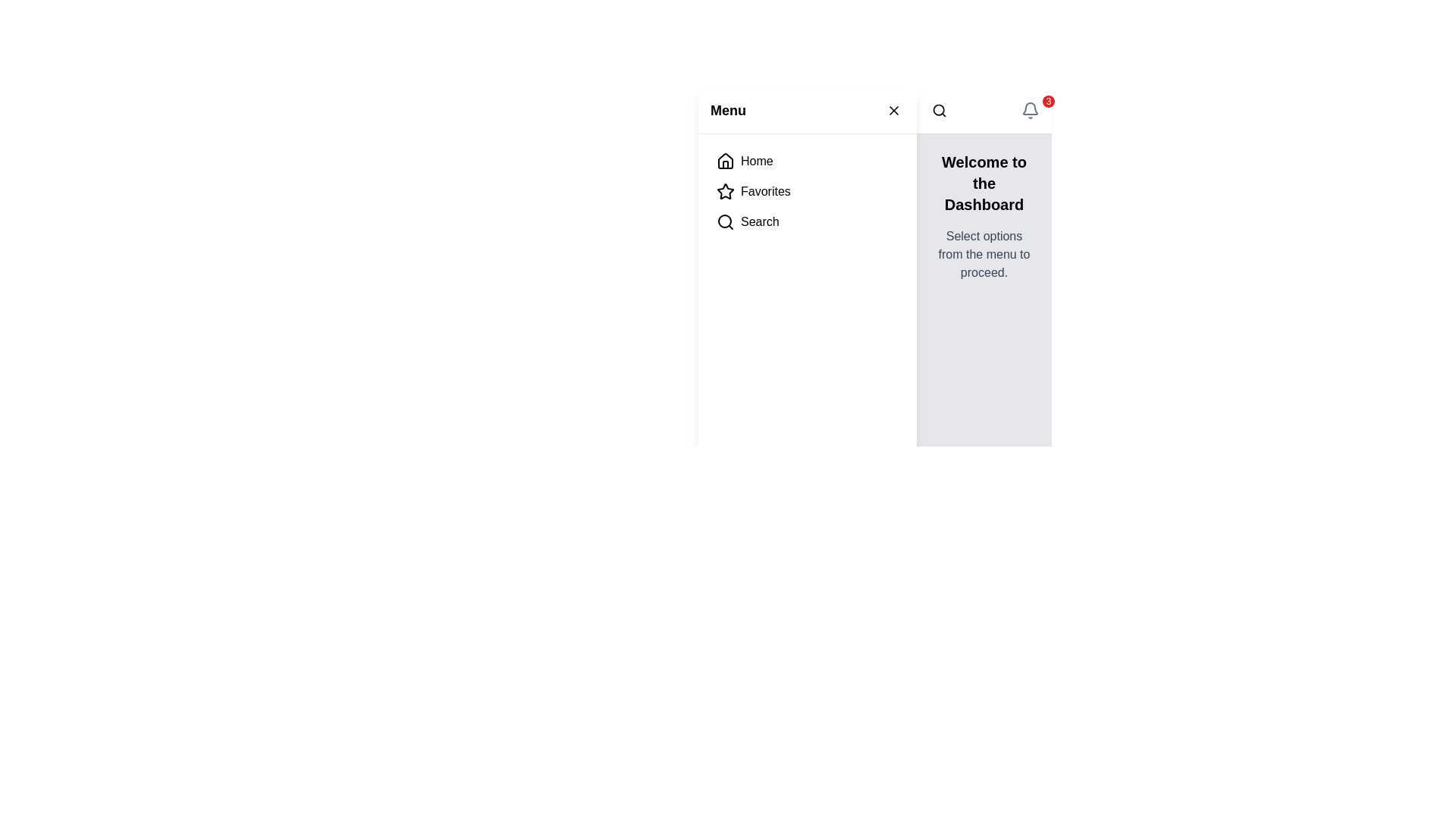 The width and height of the screenshot is (1456, 819). Describe the element at coordinates (1047, 102) in the screenshot. I see `the Notification badge located adjacent to the notification bell icon at the top-right side, which indicates the number of new notifications or updates` at that location.